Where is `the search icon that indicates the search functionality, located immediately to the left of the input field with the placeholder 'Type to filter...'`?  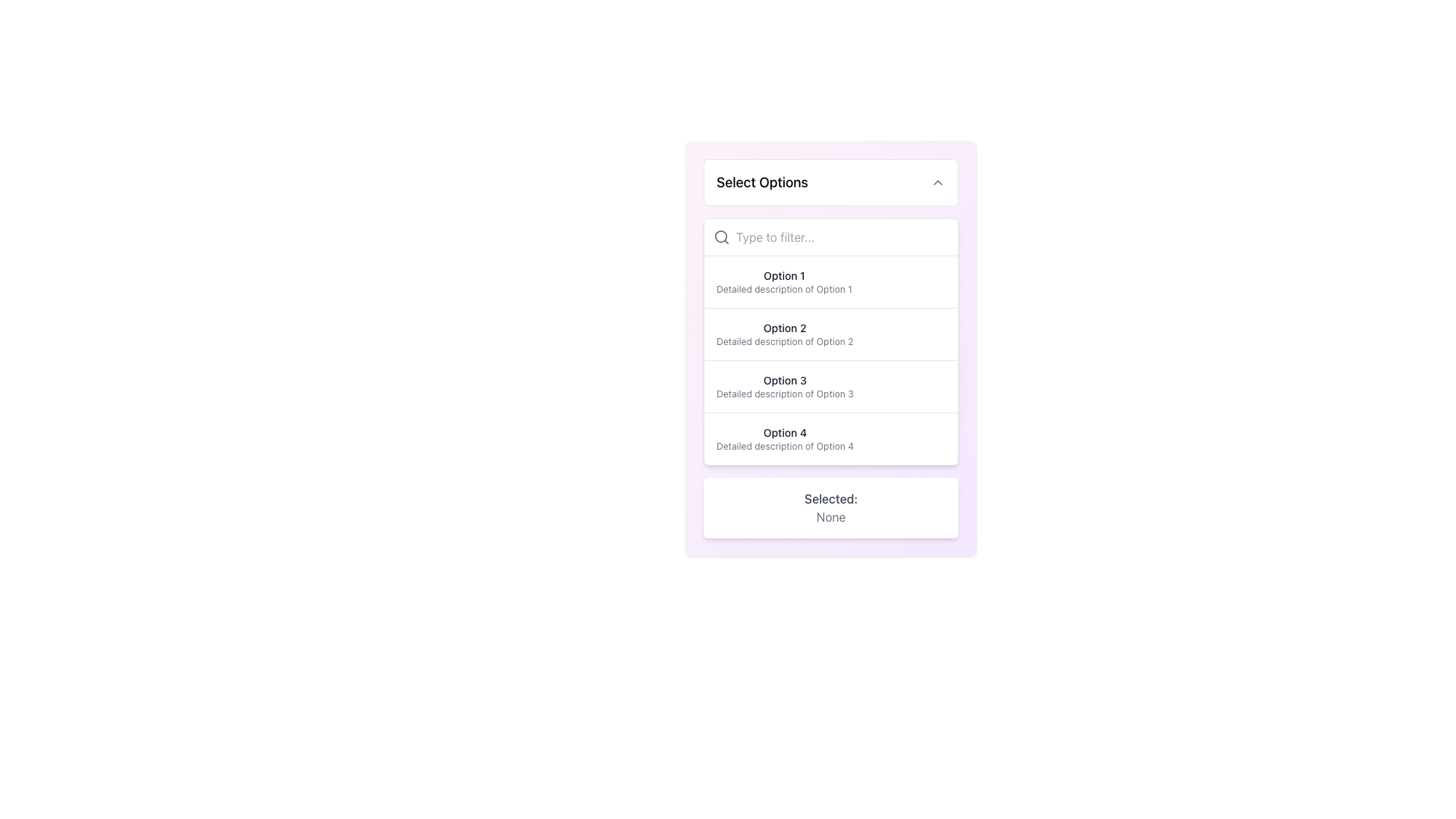
the search icon that indicates the search functionality, located immediately to the left of the input field with the placeholder 'Type to filter...' is located at coordinates (720, 237).